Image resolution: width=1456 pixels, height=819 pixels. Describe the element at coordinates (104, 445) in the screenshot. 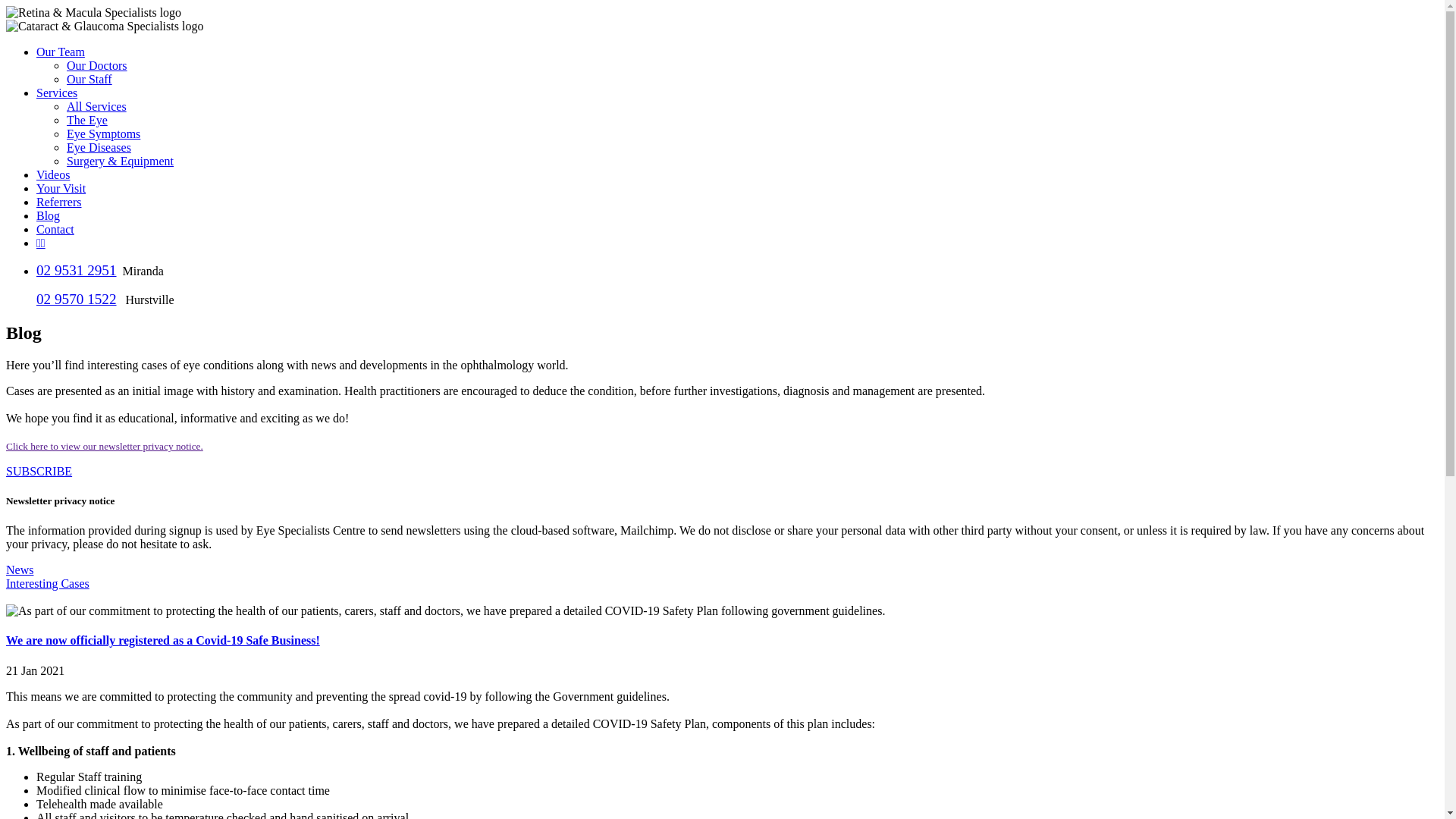

I see `'Click here to view our newsletter privacy notice.'` at that location.